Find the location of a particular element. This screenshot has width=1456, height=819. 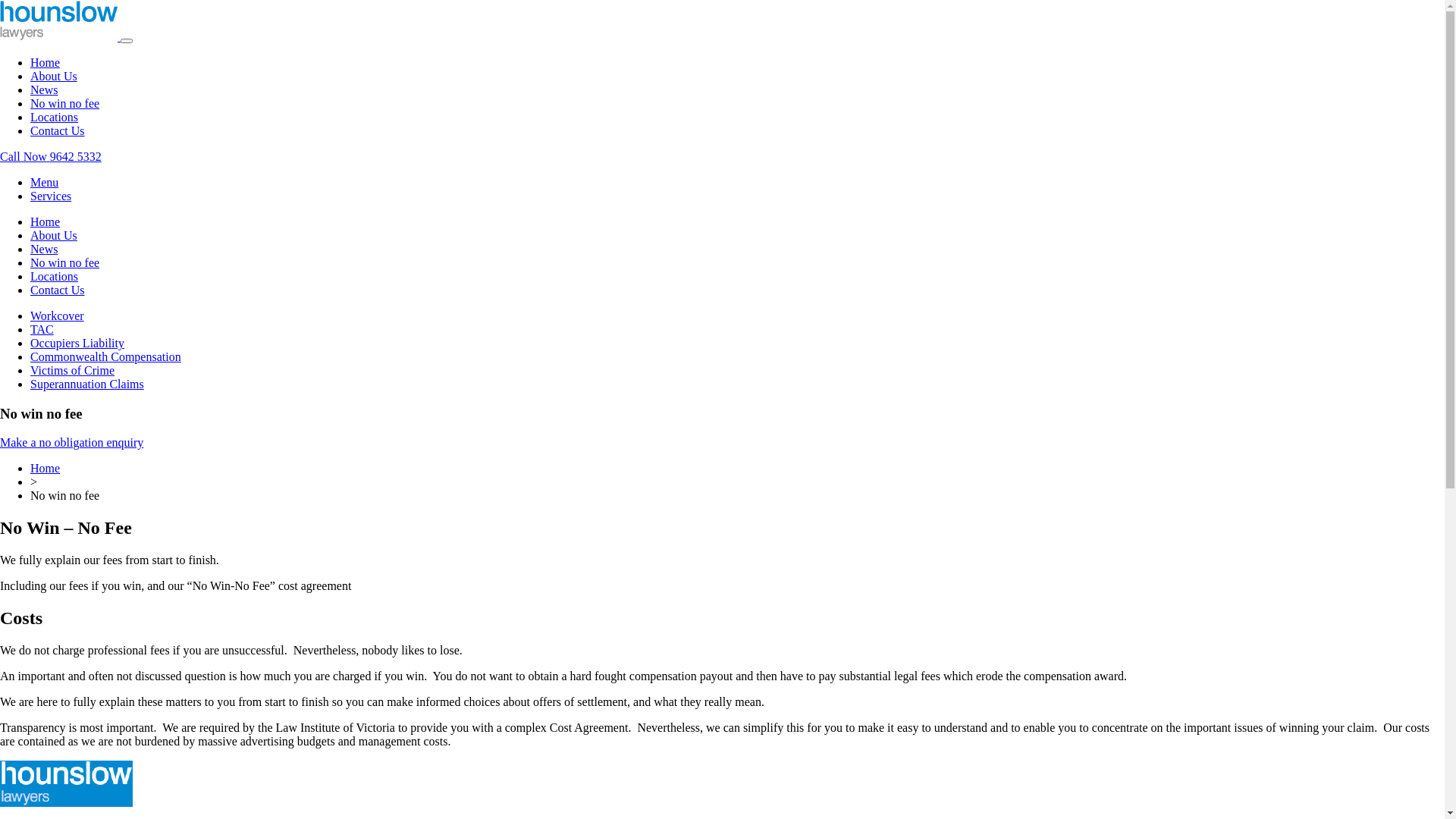

'Contact Us' is located at coordinates (58, 130).